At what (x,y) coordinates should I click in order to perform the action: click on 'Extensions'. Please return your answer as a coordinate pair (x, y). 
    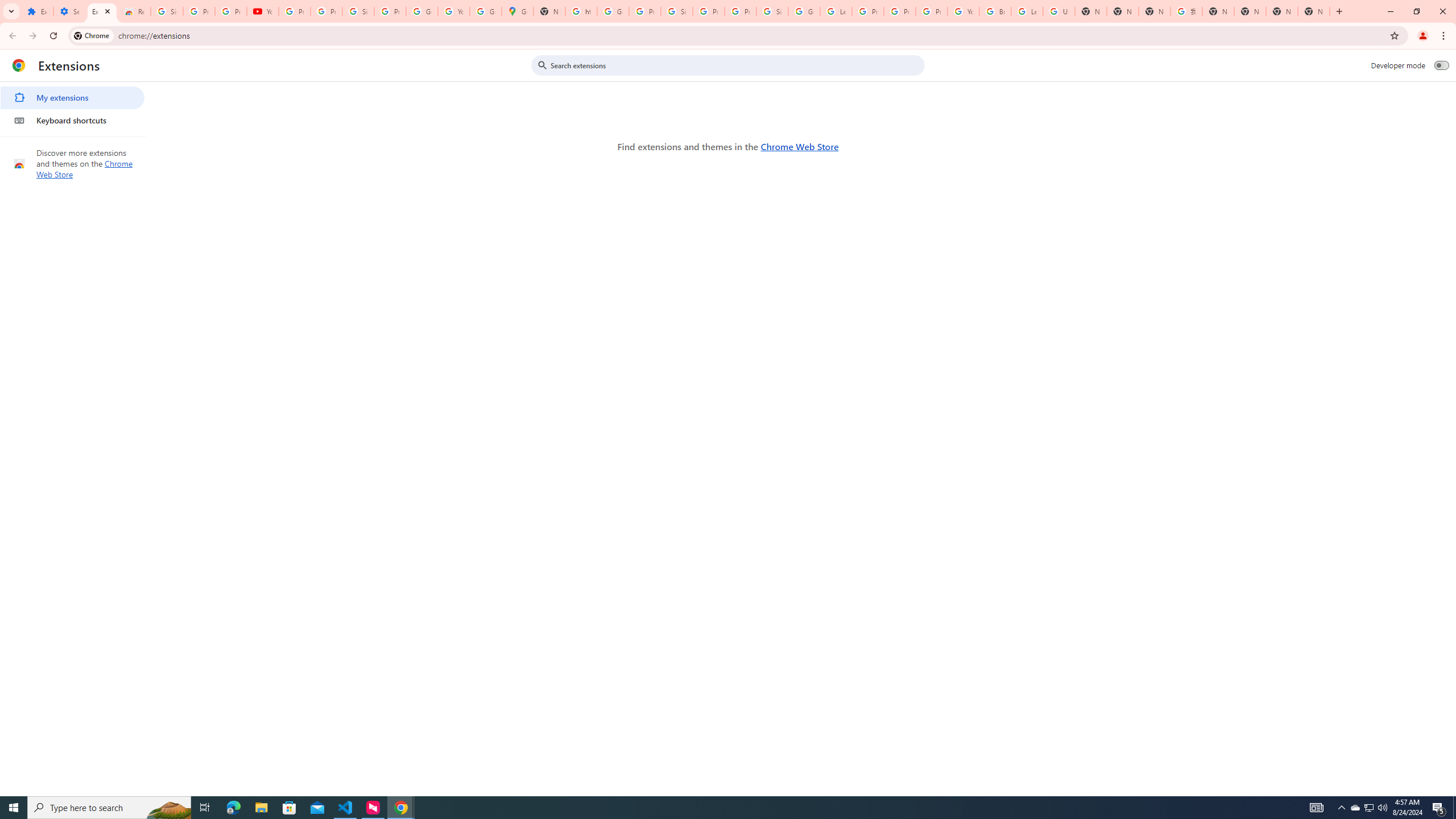
    Looking at the image, I should click on (102, 11).